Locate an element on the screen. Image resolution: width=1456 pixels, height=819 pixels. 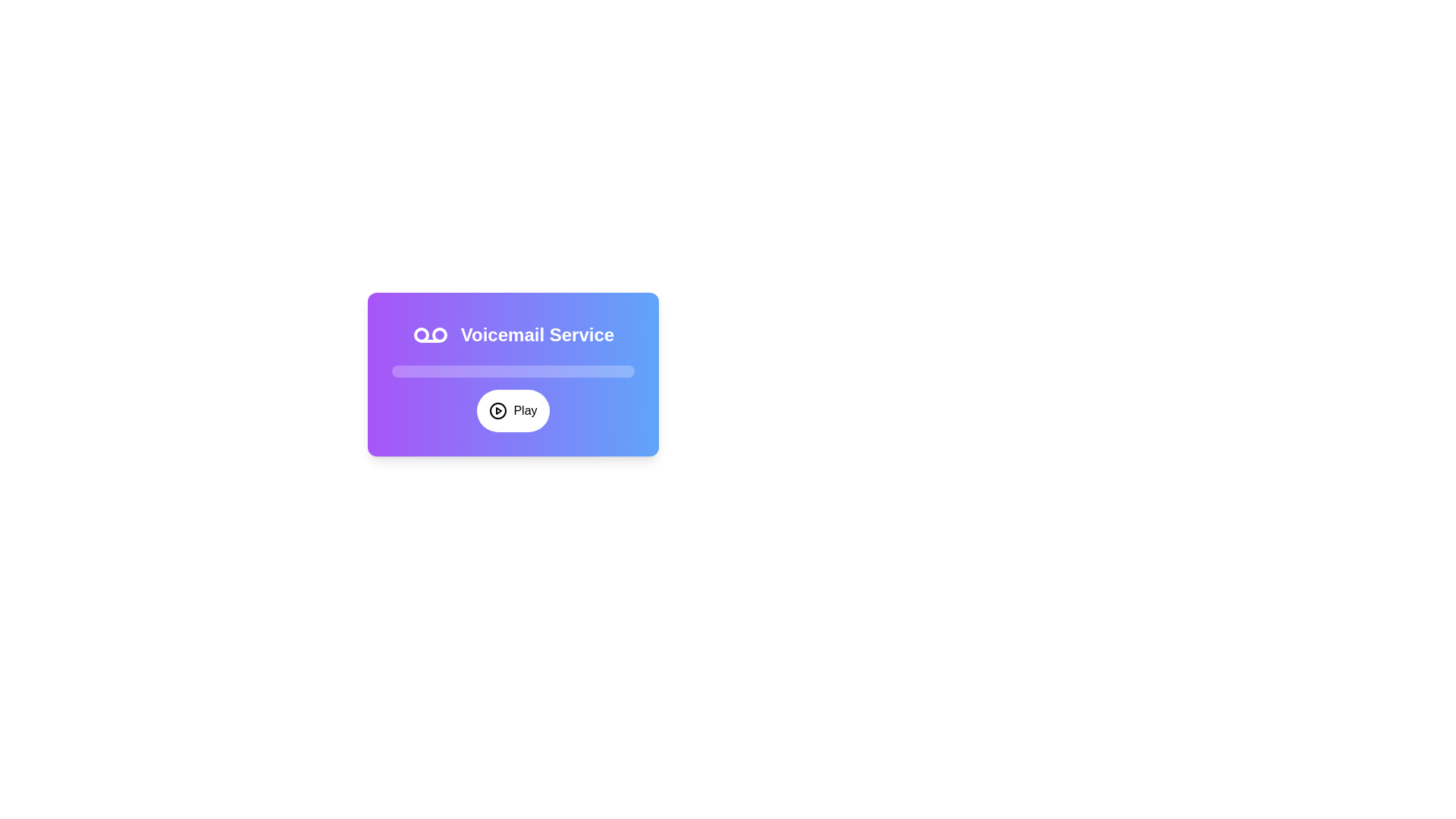
the decorative circle graphic element that serves as the outer boundary for the play button located below the 'Voicemail Service' text is located at coordinates (498, 411).